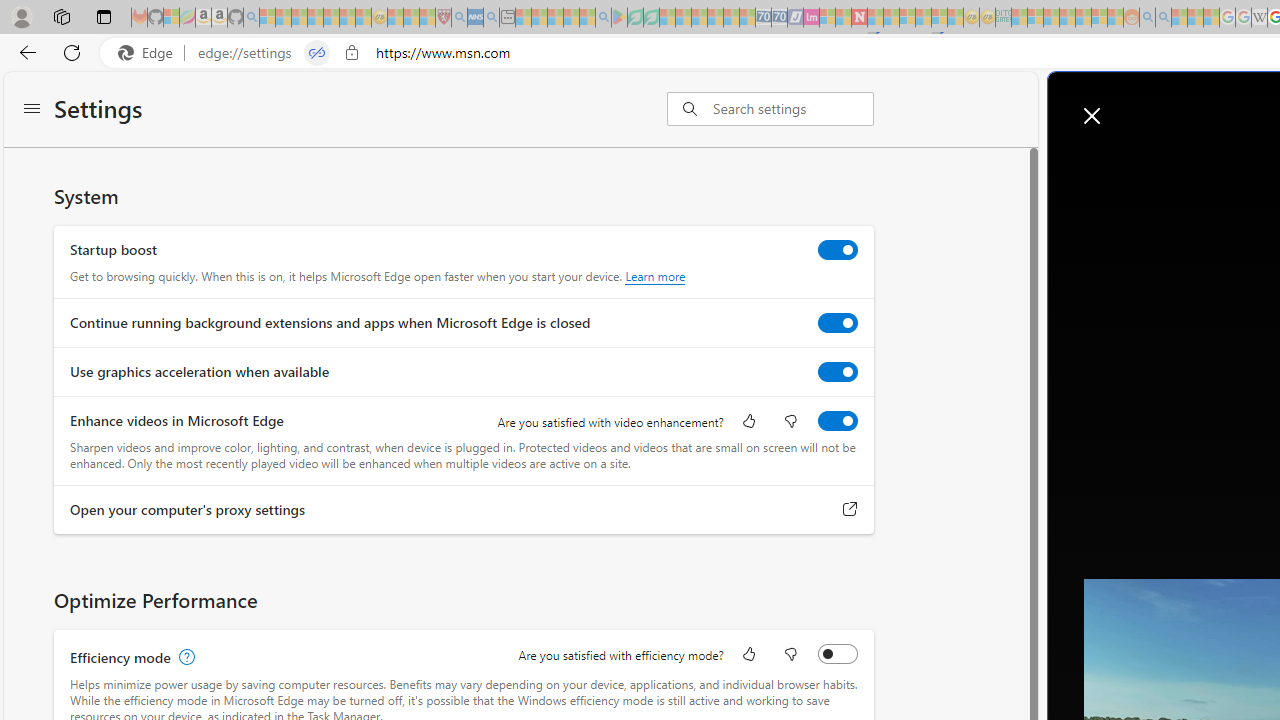  Describe the element at coordinates (791, 109) in the screenshot. I see `'Search settings'` at that location.